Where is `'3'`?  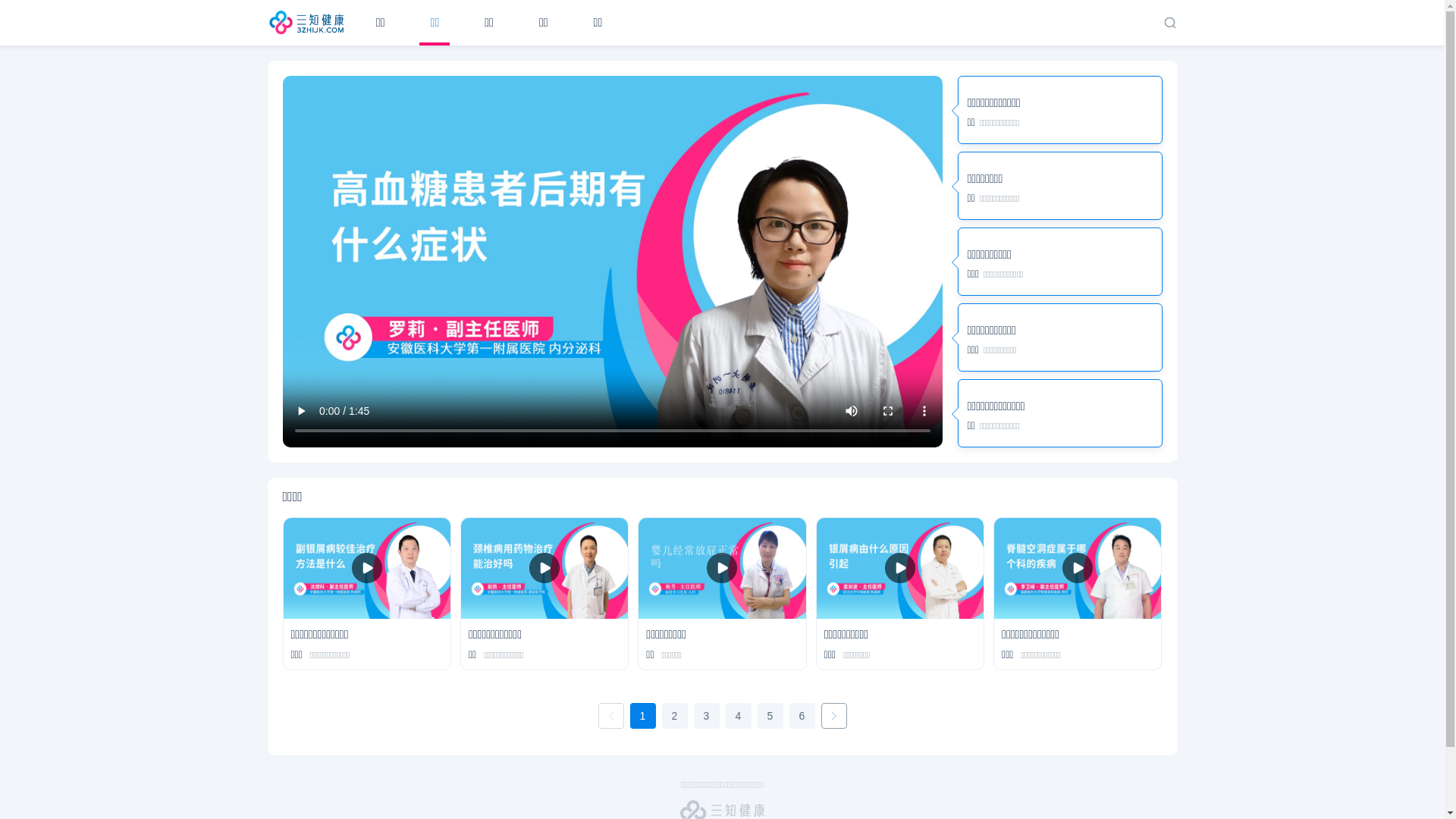 '3' is located at coordinates (705, 716).